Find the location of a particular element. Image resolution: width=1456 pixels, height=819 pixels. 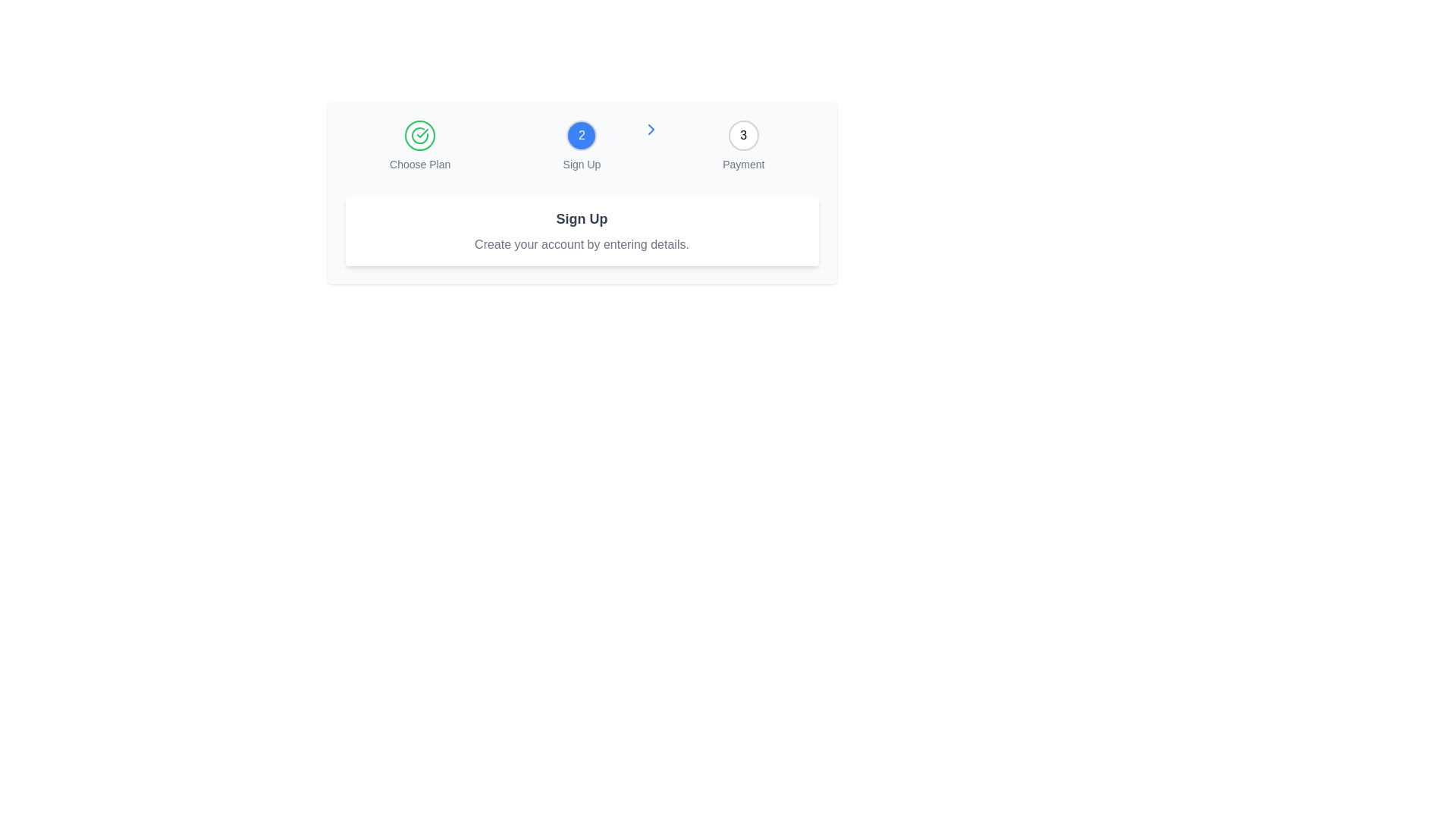

static text element displaying 'Sign Up' in bold and dark gray color, centered above the 'Create your account by entering details.' text is located at coordinates (581, 219).